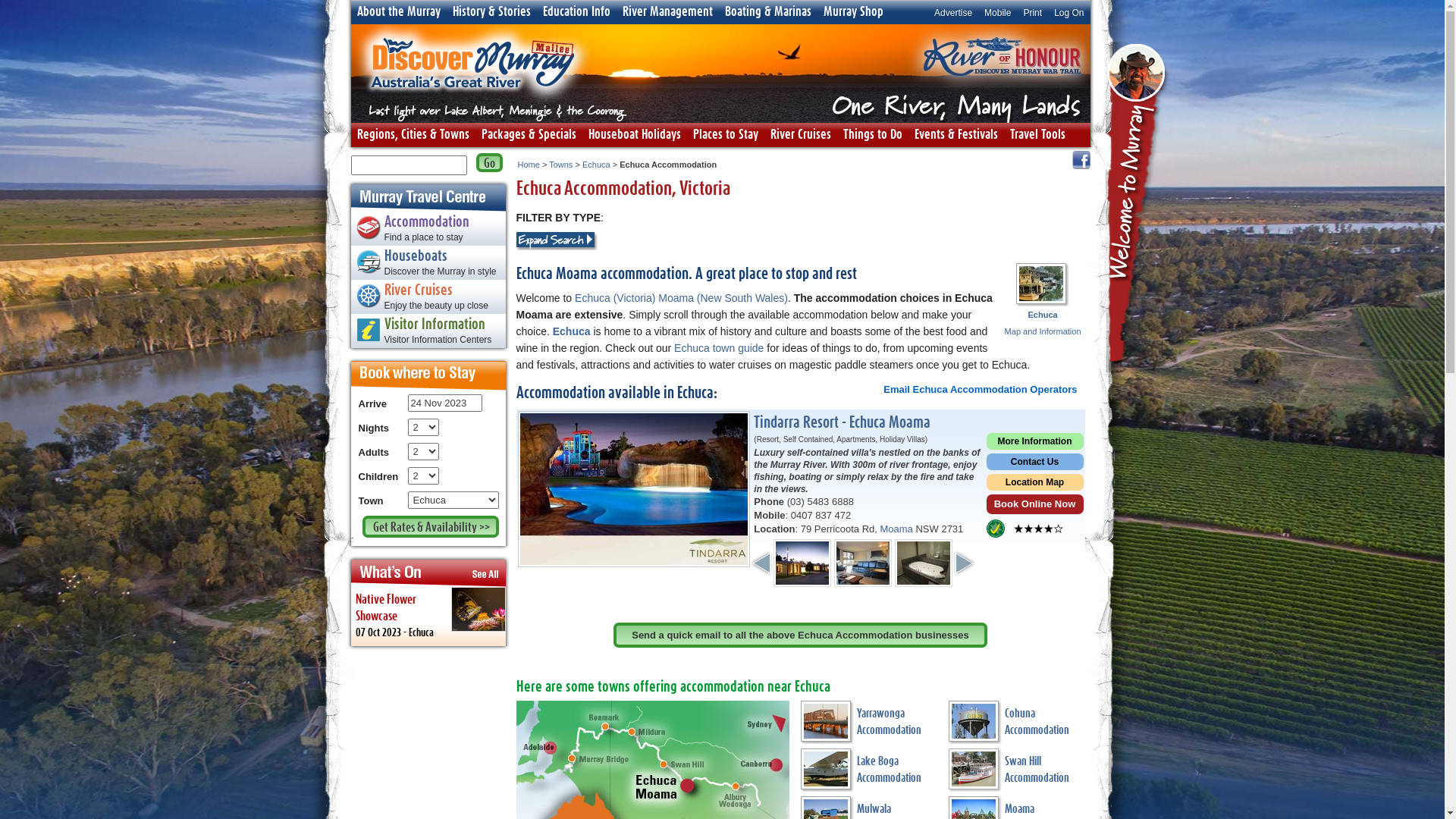  Describe the element at coordinates (767, 11) in the screenshot. I see `'Boating & Marinas'` at that location.